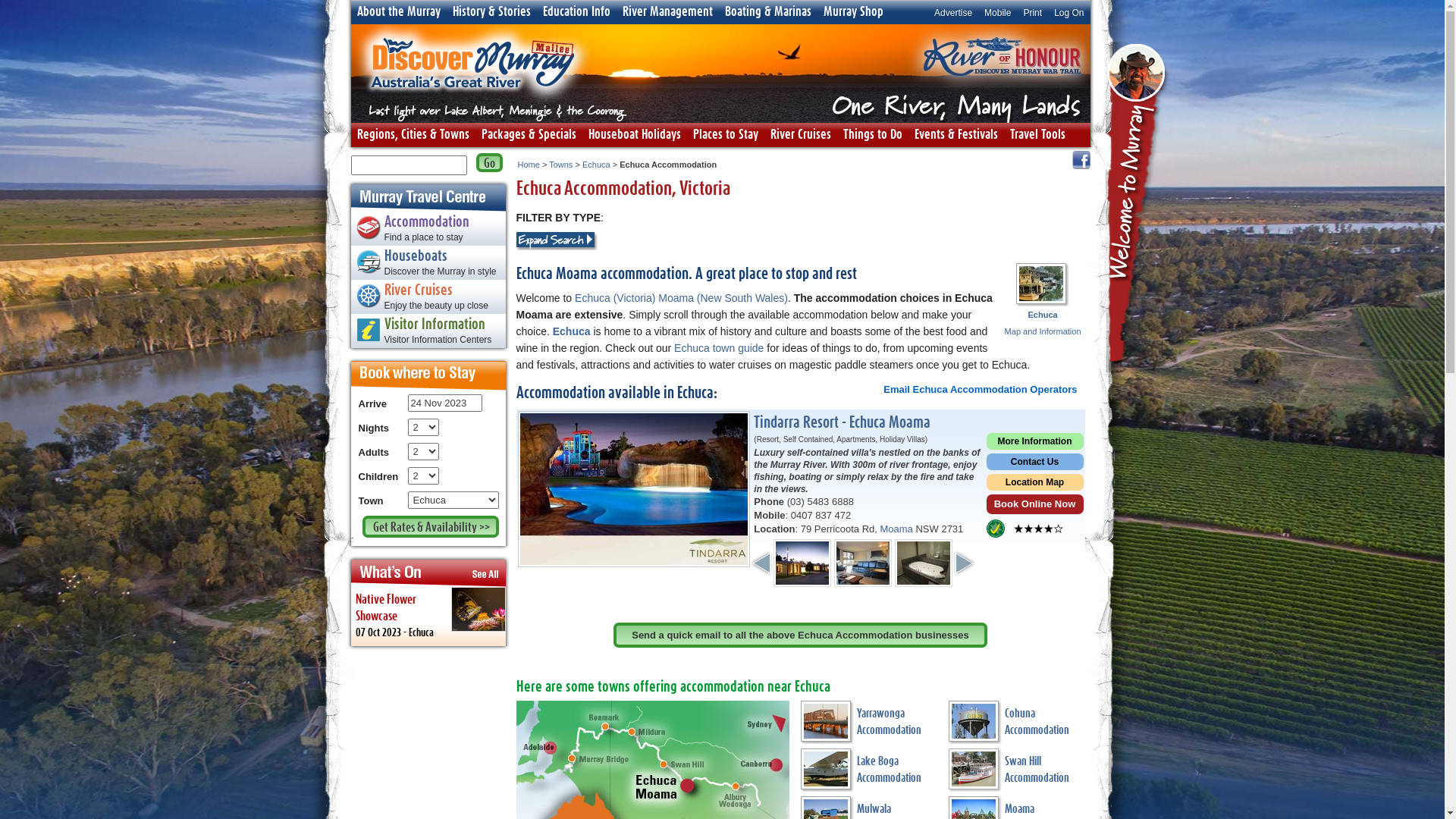  Describe the element at coordinates (767, 11) in the screenshot. I see `'Boating & Marinas'` at that location.